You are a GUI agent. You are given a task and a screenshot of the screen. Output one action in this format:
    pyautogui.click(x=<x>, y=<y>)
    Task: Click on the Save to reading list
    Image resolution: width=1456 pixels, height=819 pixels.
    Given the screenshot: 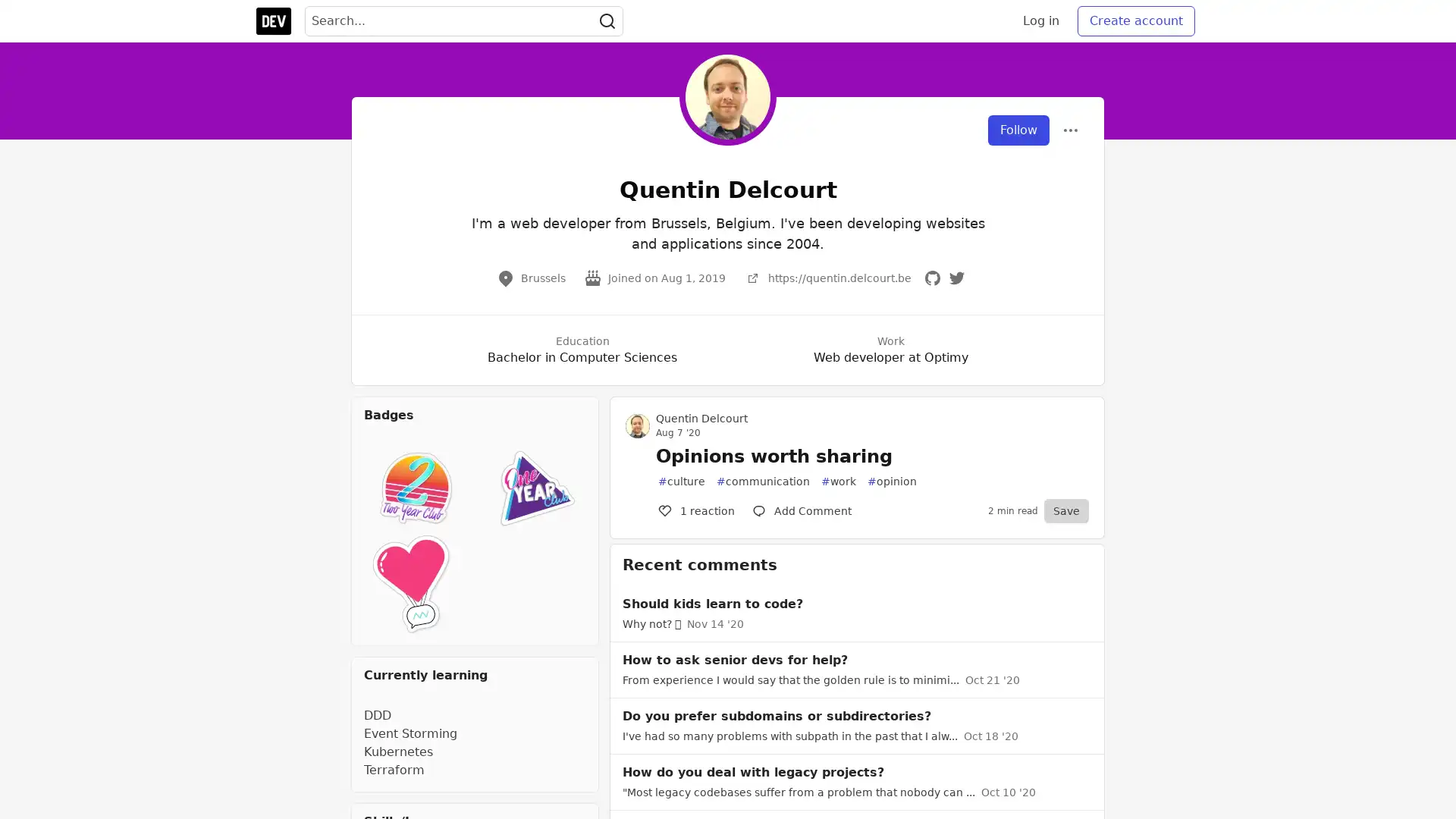 What is the action you would take?
    pyautogui.click(x=1065, y=511)
    